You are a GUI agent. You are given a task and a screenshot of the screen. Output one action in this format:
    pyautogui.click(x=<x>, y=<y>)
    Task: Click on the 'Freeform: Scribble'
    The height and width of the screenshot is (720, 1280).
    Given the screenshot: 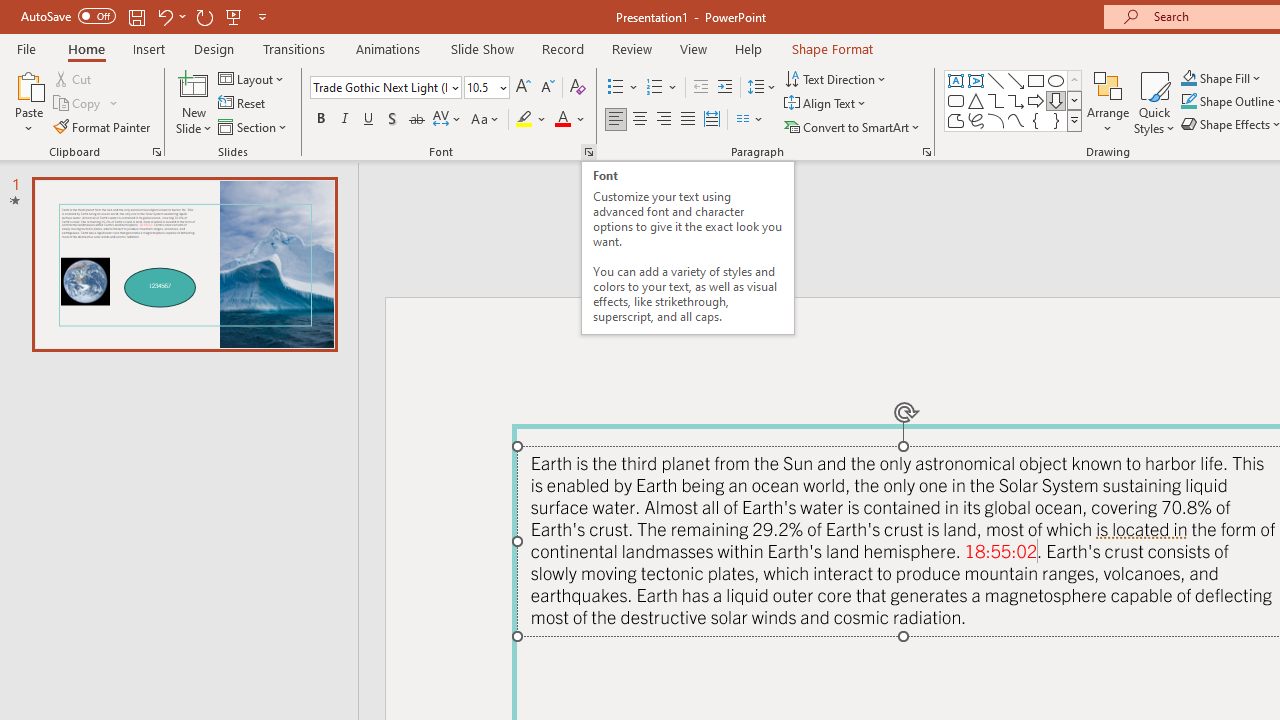 What is the action you would take?
    pyautogui.click(x=976, y=120)
    